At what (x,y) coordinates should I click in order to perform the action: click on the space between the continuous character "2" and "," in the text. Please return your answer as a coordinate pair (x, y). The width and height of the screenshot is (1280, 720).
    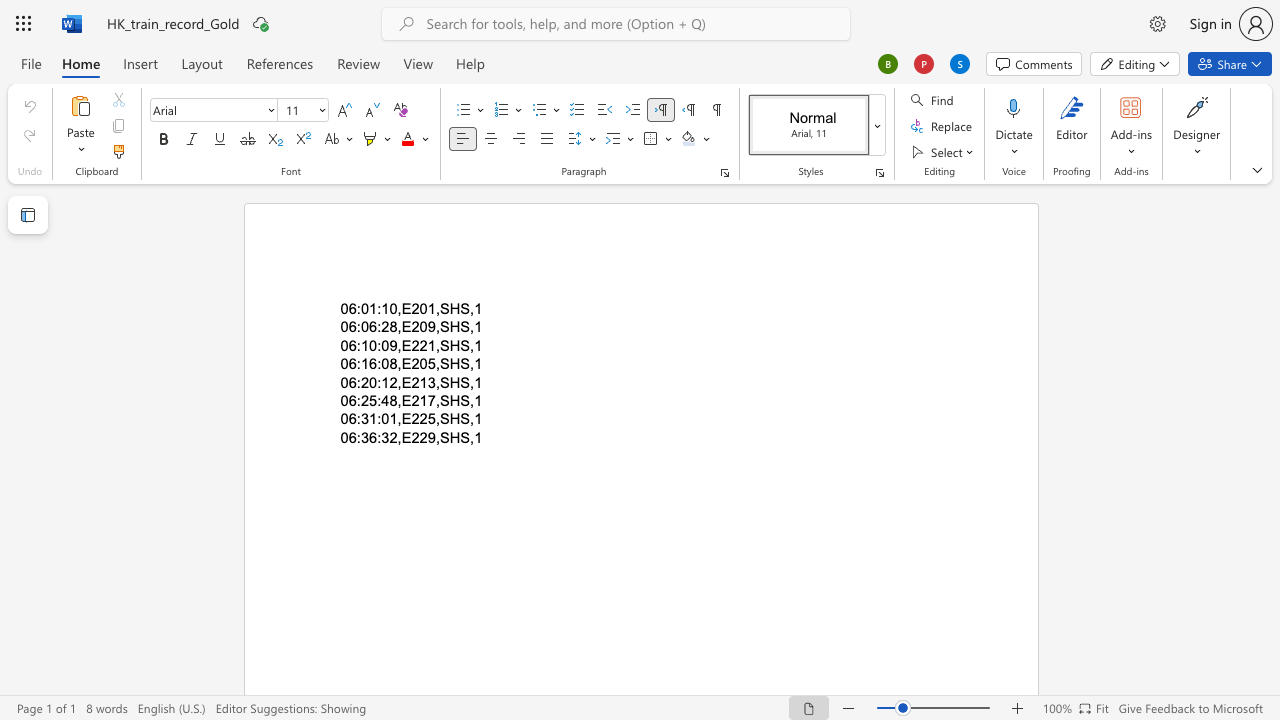
    Looking at the image, I should click on (396, 436).